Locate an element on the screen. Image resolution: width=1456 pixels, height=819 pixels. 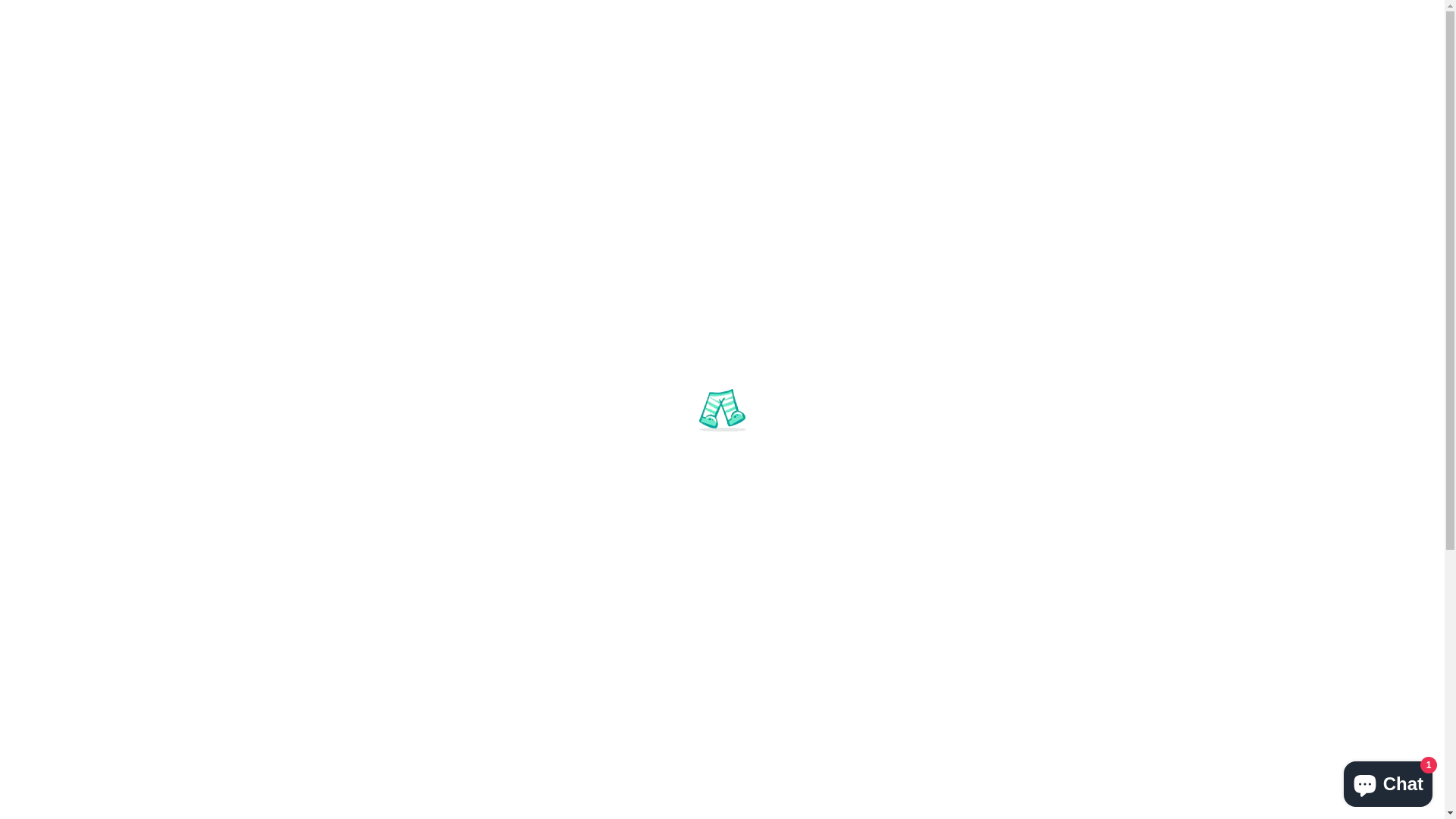
'Shopify online store chat' is located at coordinates (1388, 780).